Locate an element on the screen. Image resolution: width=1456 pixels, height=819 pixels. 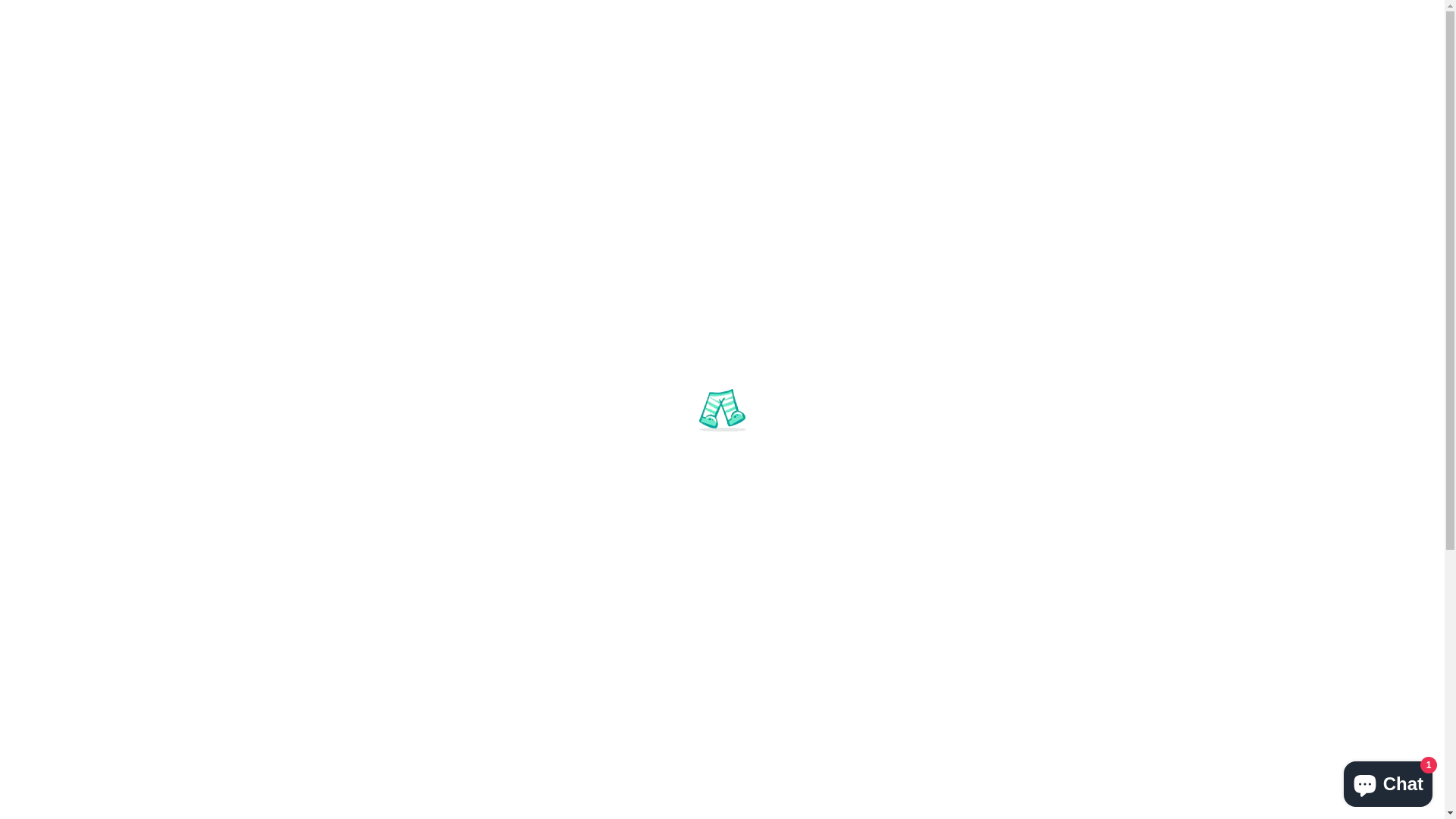
'Shopify online store chat' is located at coordinates (1388, 780).